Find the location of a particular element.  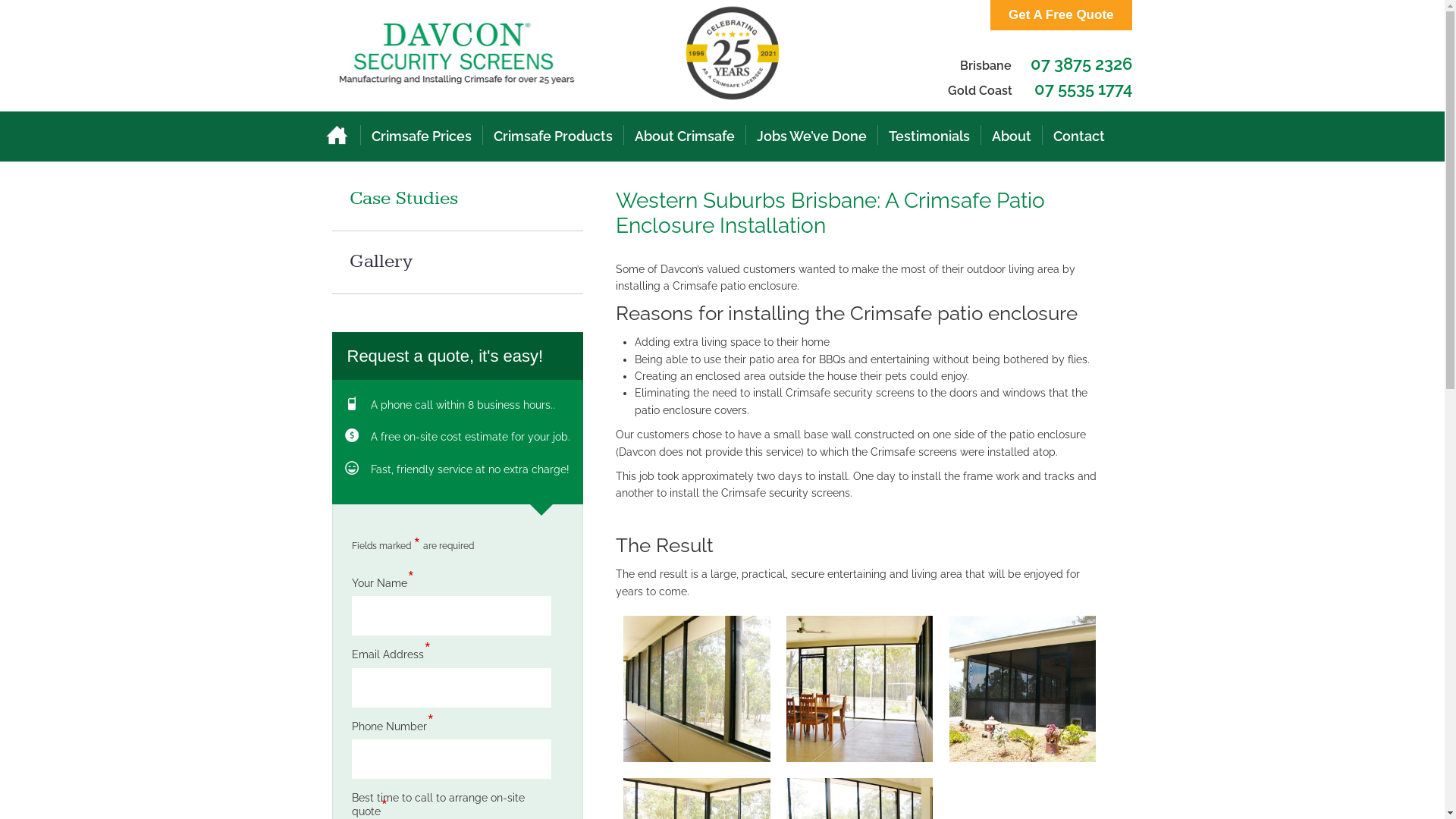

'Crimsafe Products' is located at coordinates (551, 136).